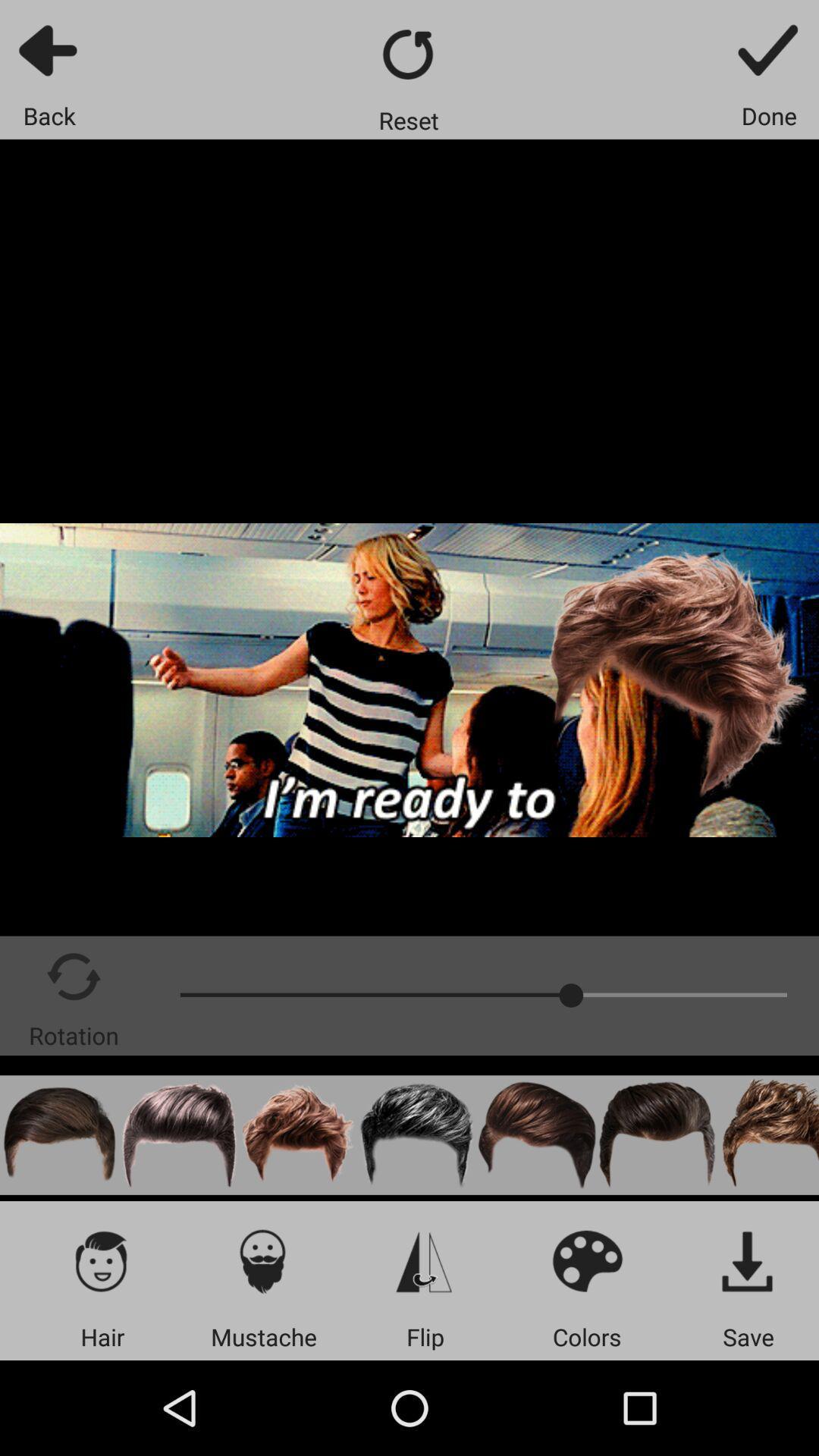  Describe the element at coordinates (425, 1260) in the screenshot. I see `change camera` at that location.